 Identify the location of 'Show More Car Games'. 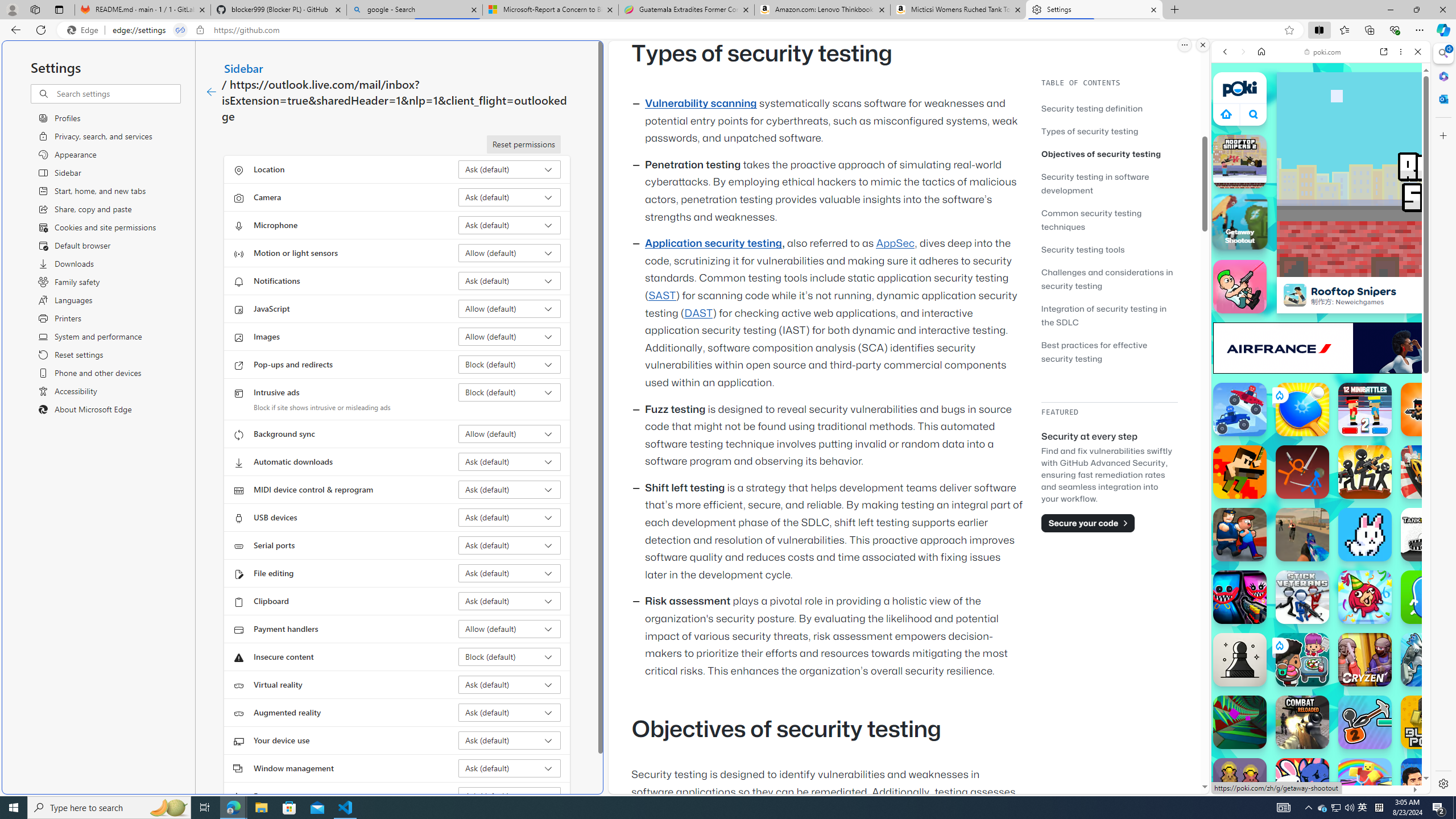
(1389, 268).